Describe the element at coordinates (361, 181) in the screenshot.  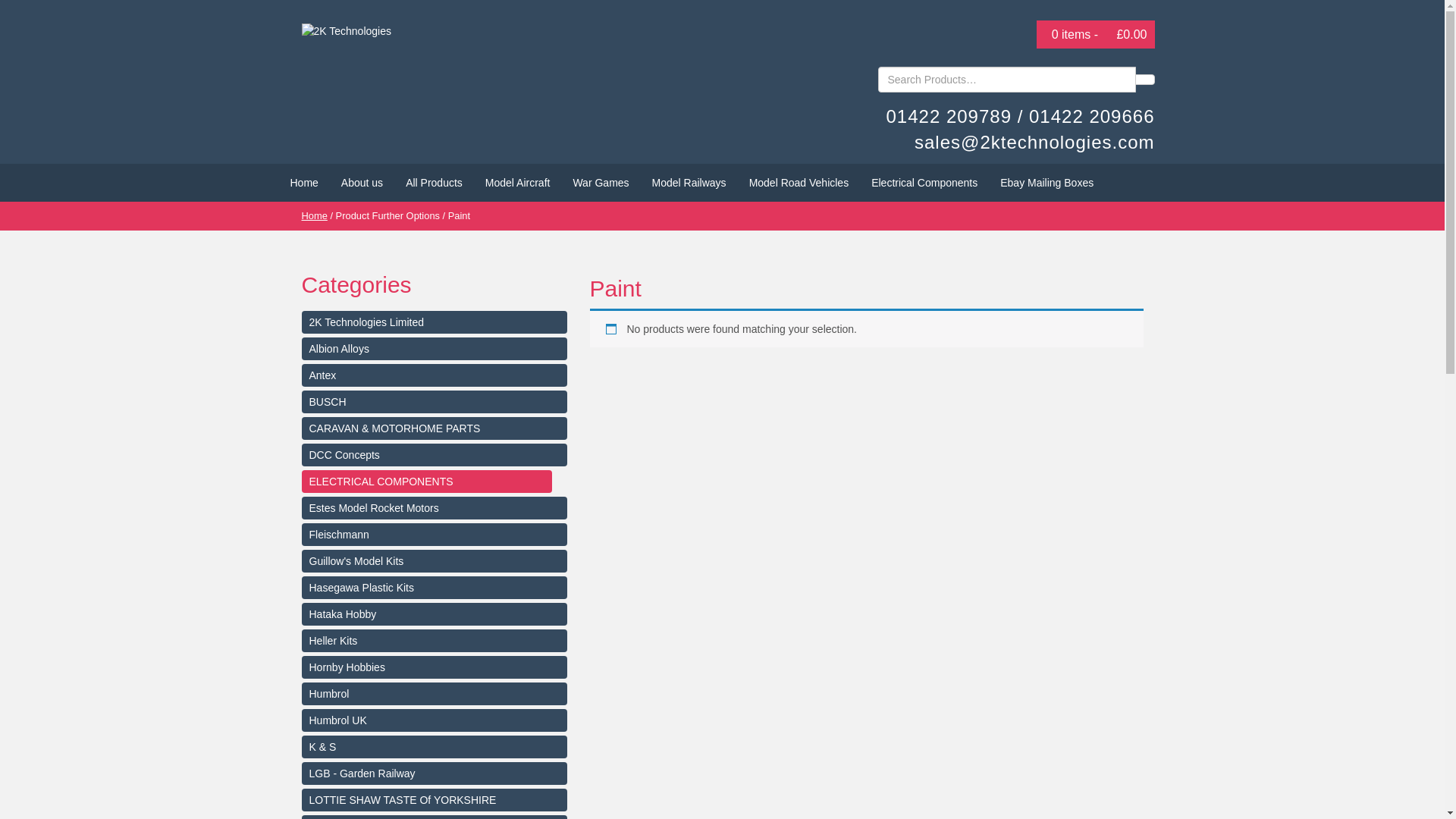
I see `'About us'` at that location.